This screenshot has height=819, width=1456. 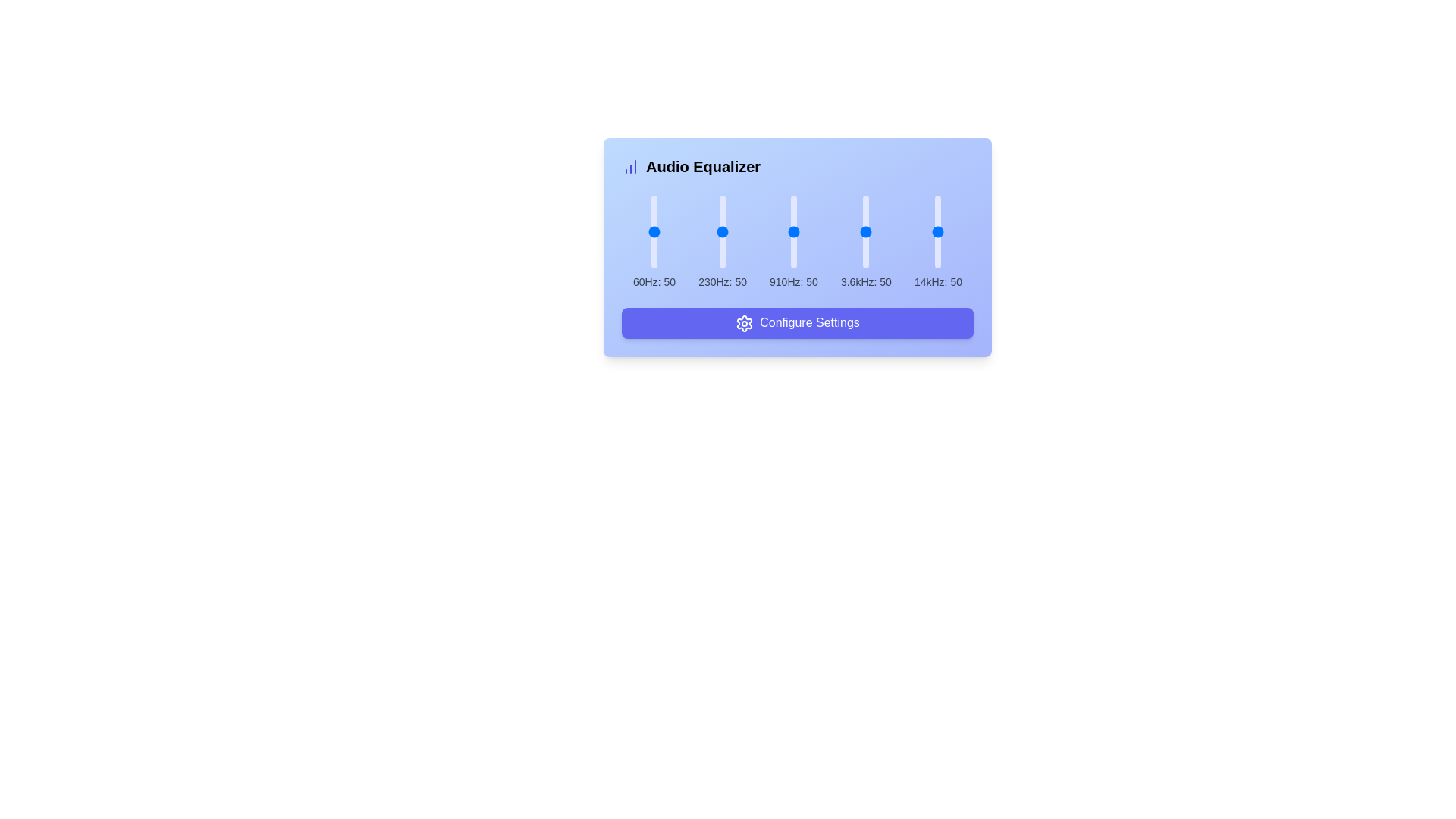 What do you see at coordinates (796, 246) in the screenshot?
I see `the vertical range slider representing '910Hz: 50' for keyboard interaction` at bounding box center [796, 246].